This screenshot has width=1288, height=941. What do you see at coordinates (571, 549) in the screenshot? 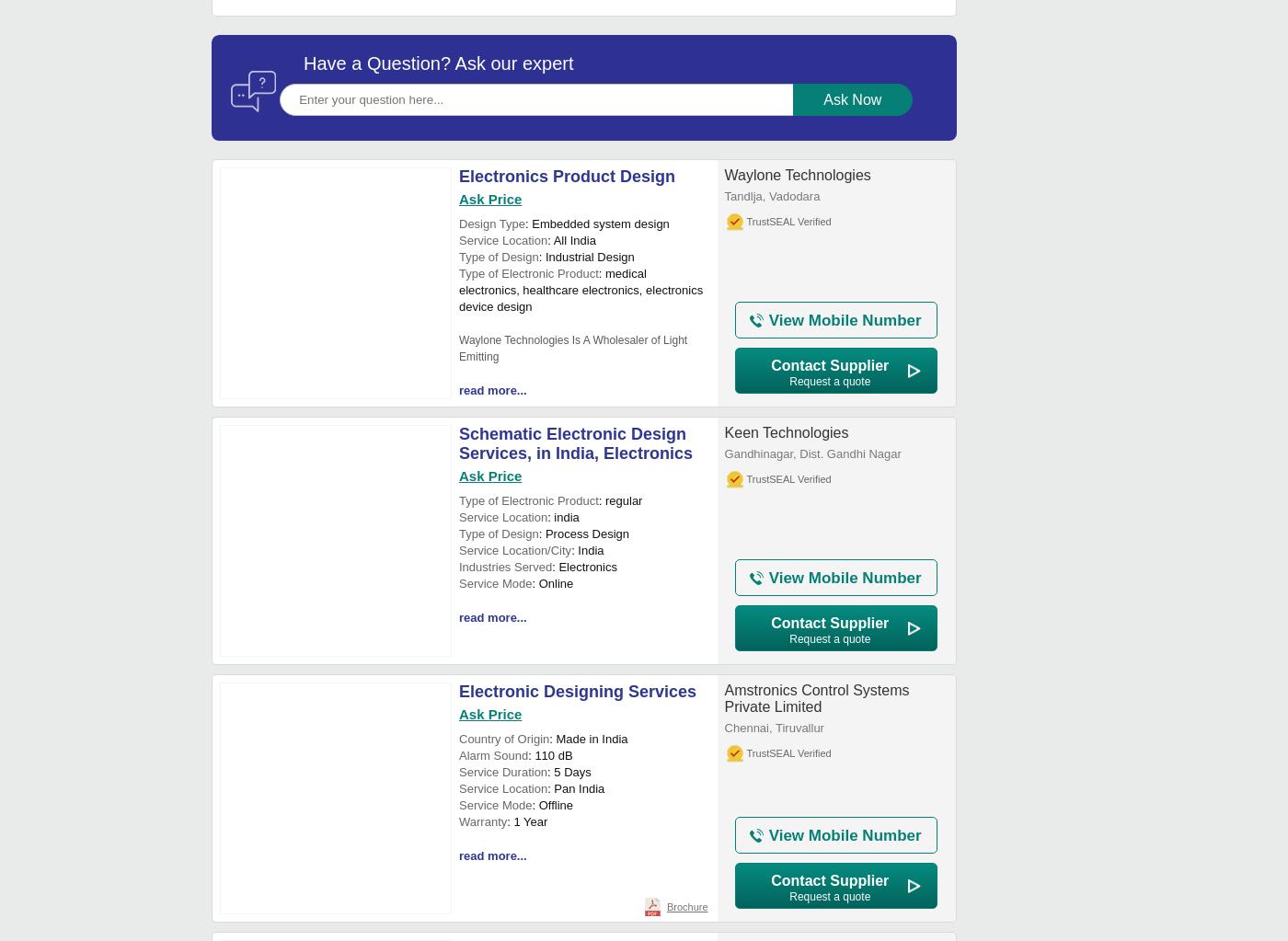
I see `':  India'` at bounding box center [571, 549].